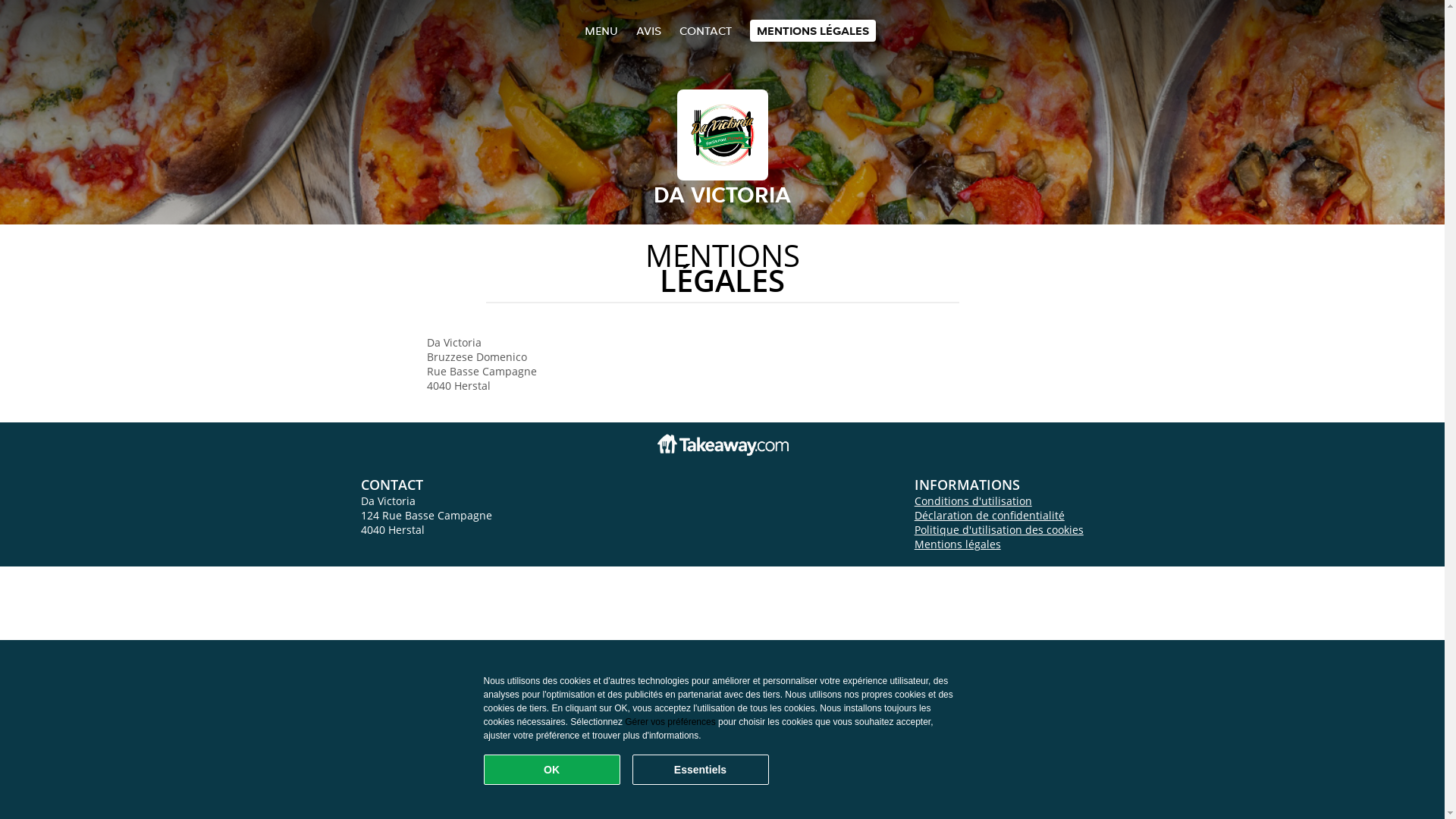  What do you see at coordinates (999, 529) in the screenshot?
I see `'Politique d'utilisation des cookies'` at bounding box center [999, 529].